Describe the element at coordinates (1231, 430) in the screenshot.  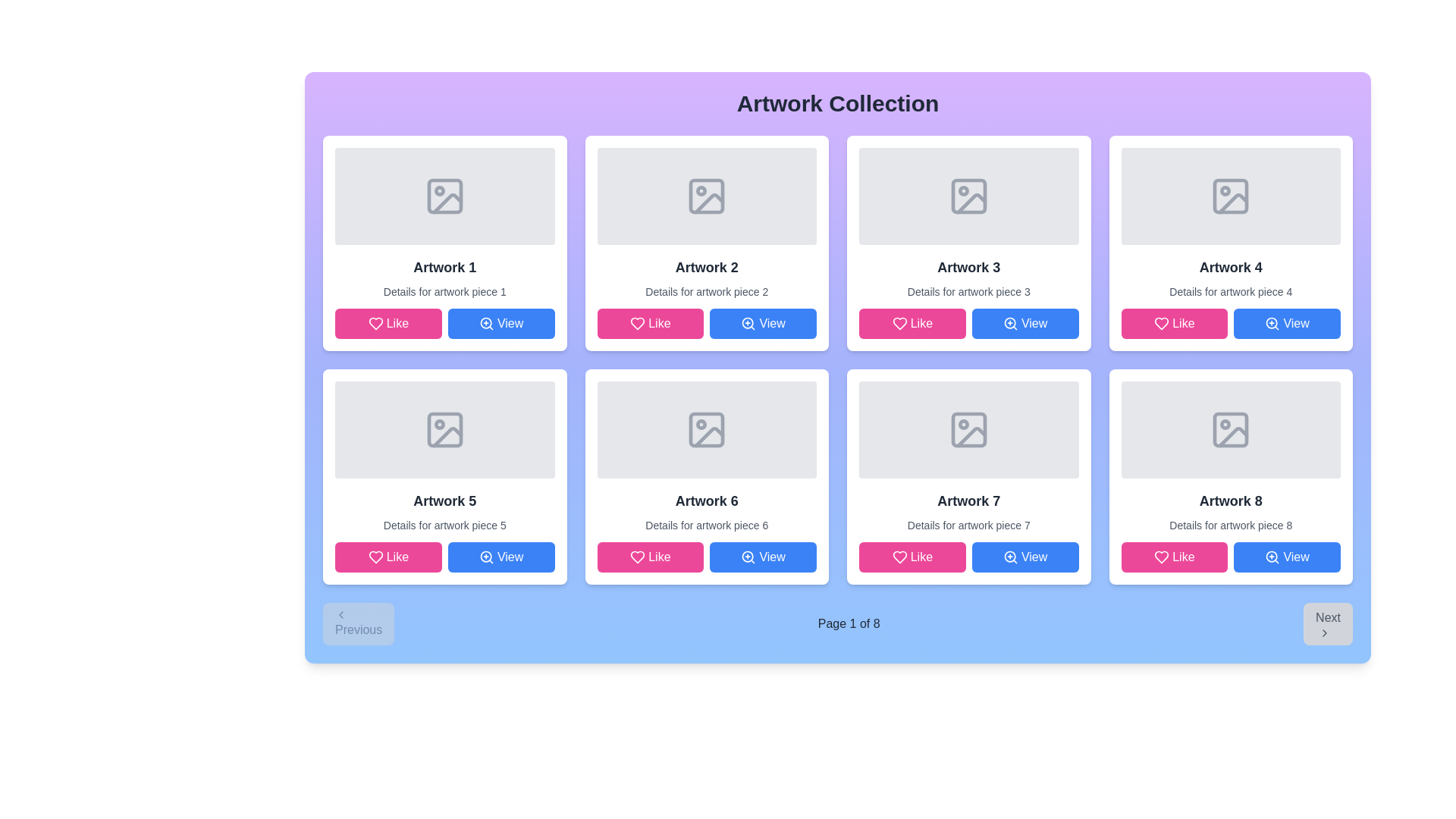
I see `the SVG rectangle element that represents a decorative part of the image icon placeholder, located centrally within the fourth image placeholder in the second row of the artwork grid` at that location.